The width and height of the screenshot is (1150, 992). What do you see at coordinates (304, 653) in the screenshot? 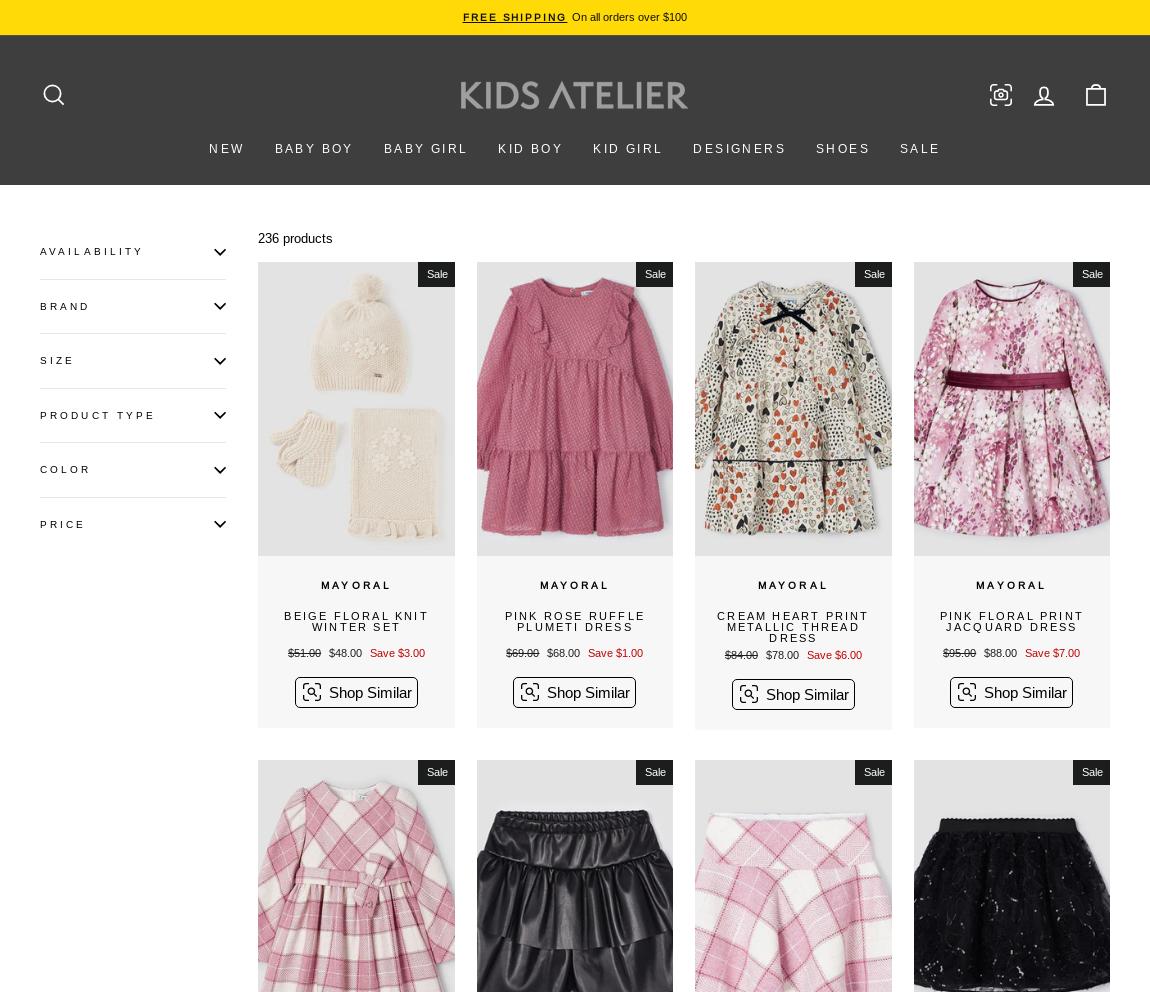
I see `'$51.00'` at bounding box center [304, 653].